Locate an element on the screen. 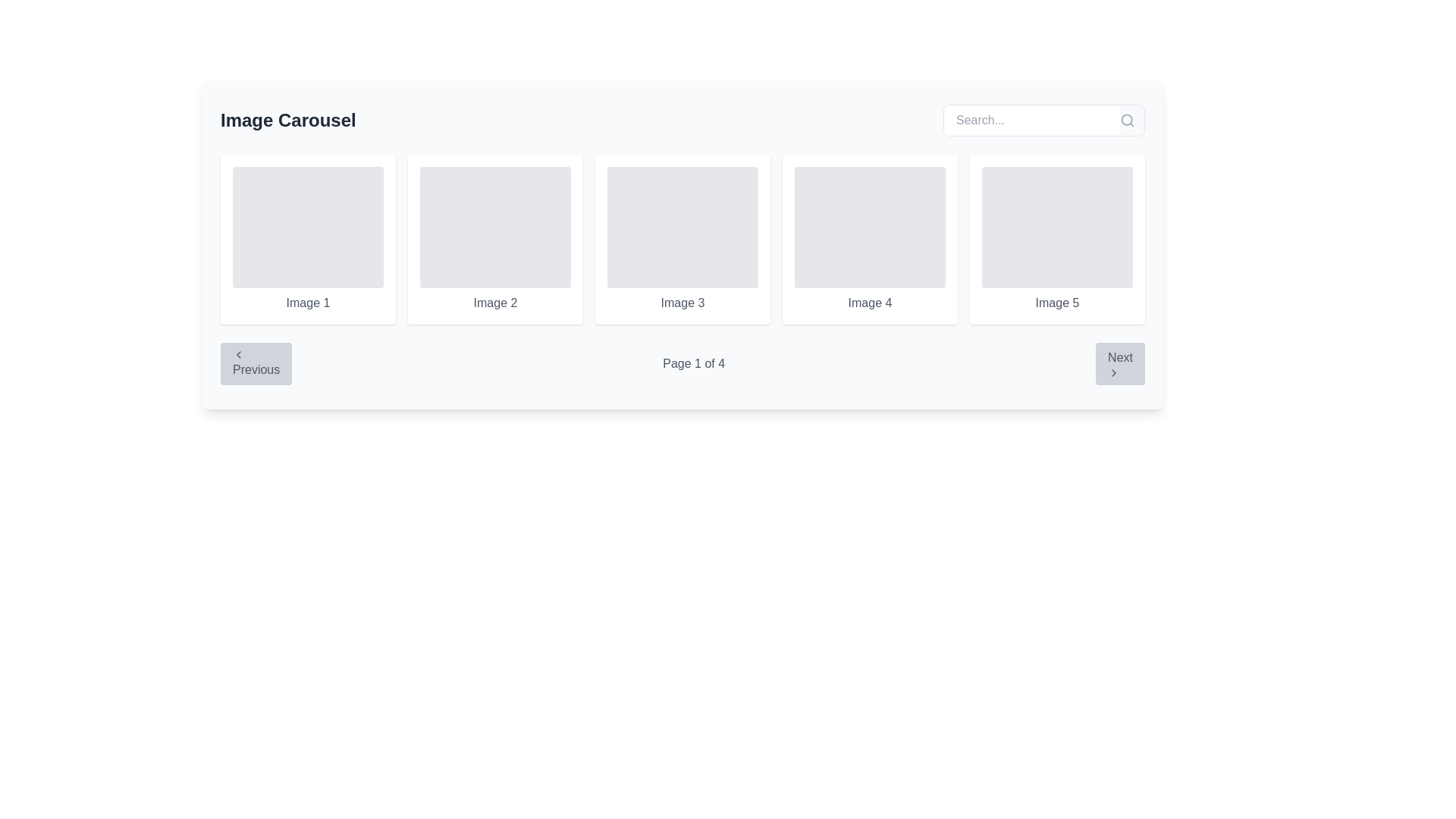 The image size is (1456, 819). the second placeholder box for media content in the carousel layout is located at coordinates (495, 227).